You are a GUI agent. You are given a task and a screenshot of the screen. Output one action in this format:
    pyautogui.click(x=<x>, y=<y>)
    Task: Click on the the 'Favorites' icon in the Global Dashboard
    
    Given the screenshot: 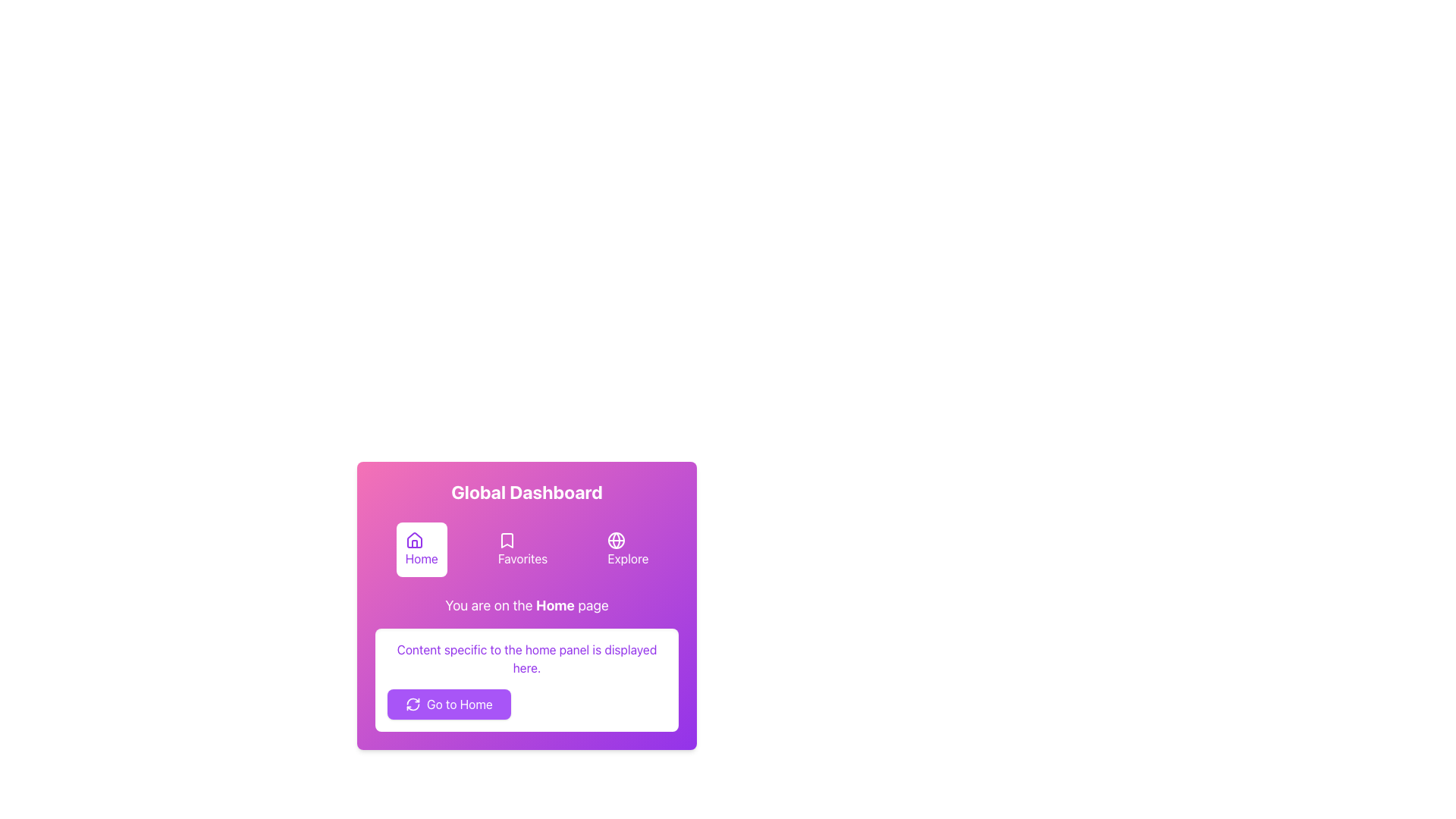 What is the action you would take?
    pyautogui.click(x=507, y=540)
    